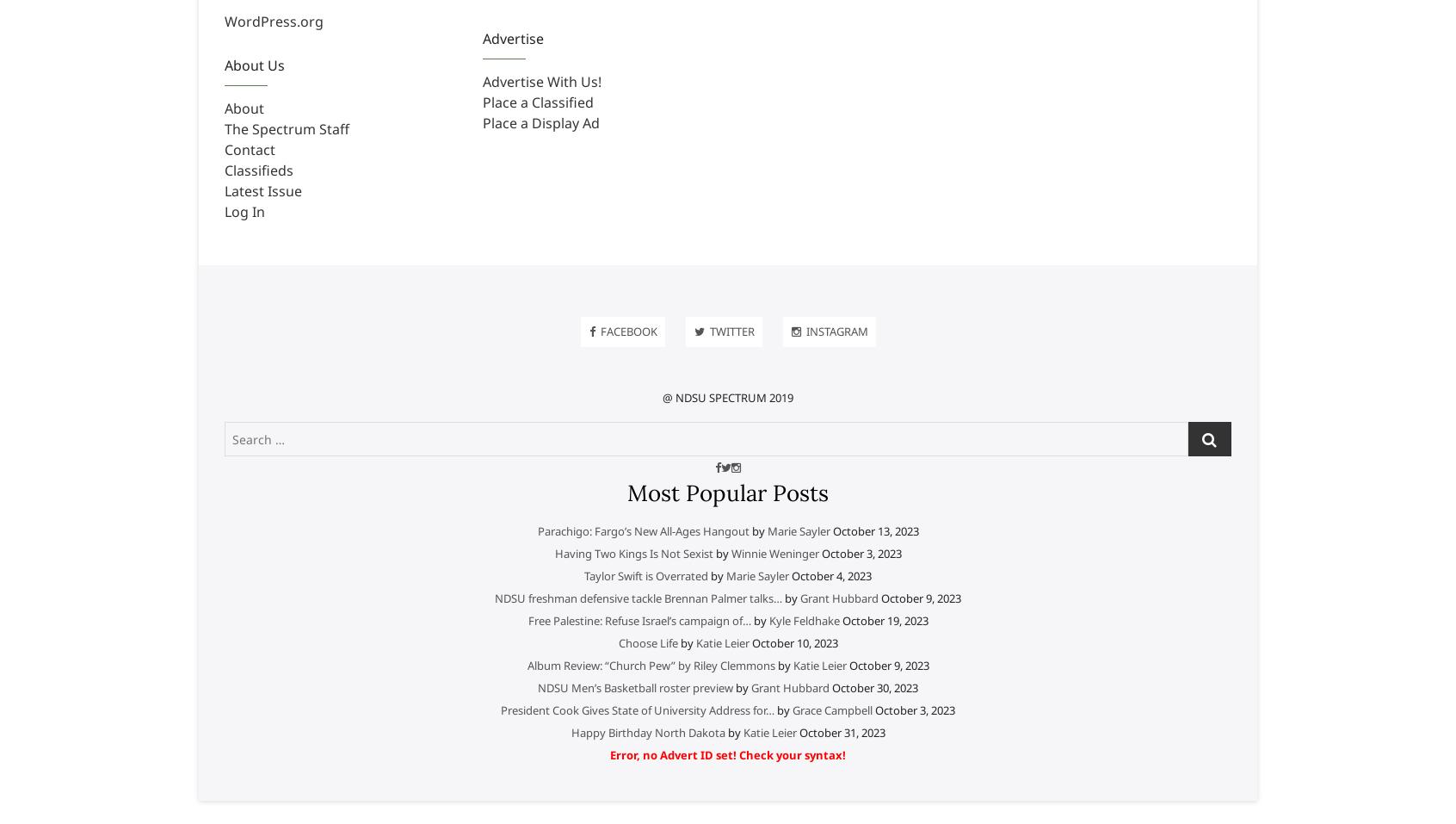  I want to click on 'Advertise With Us!', so click(540, 81).